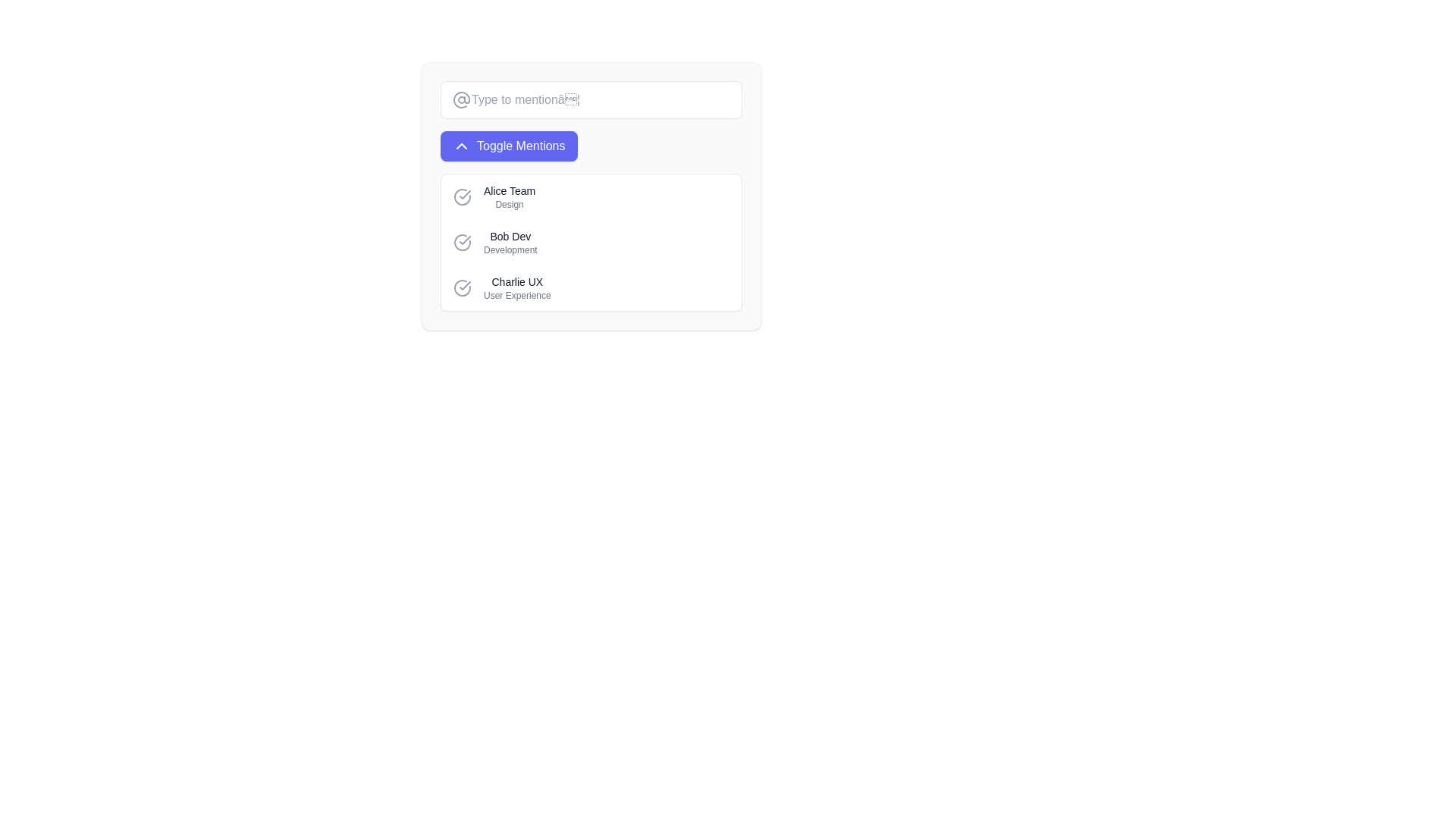 The height and width of the screenshot is (819, 1456). I want to click on the gray circular icon associated with the 'Alice Team' entry in the dropdown list, so click(461, 196).